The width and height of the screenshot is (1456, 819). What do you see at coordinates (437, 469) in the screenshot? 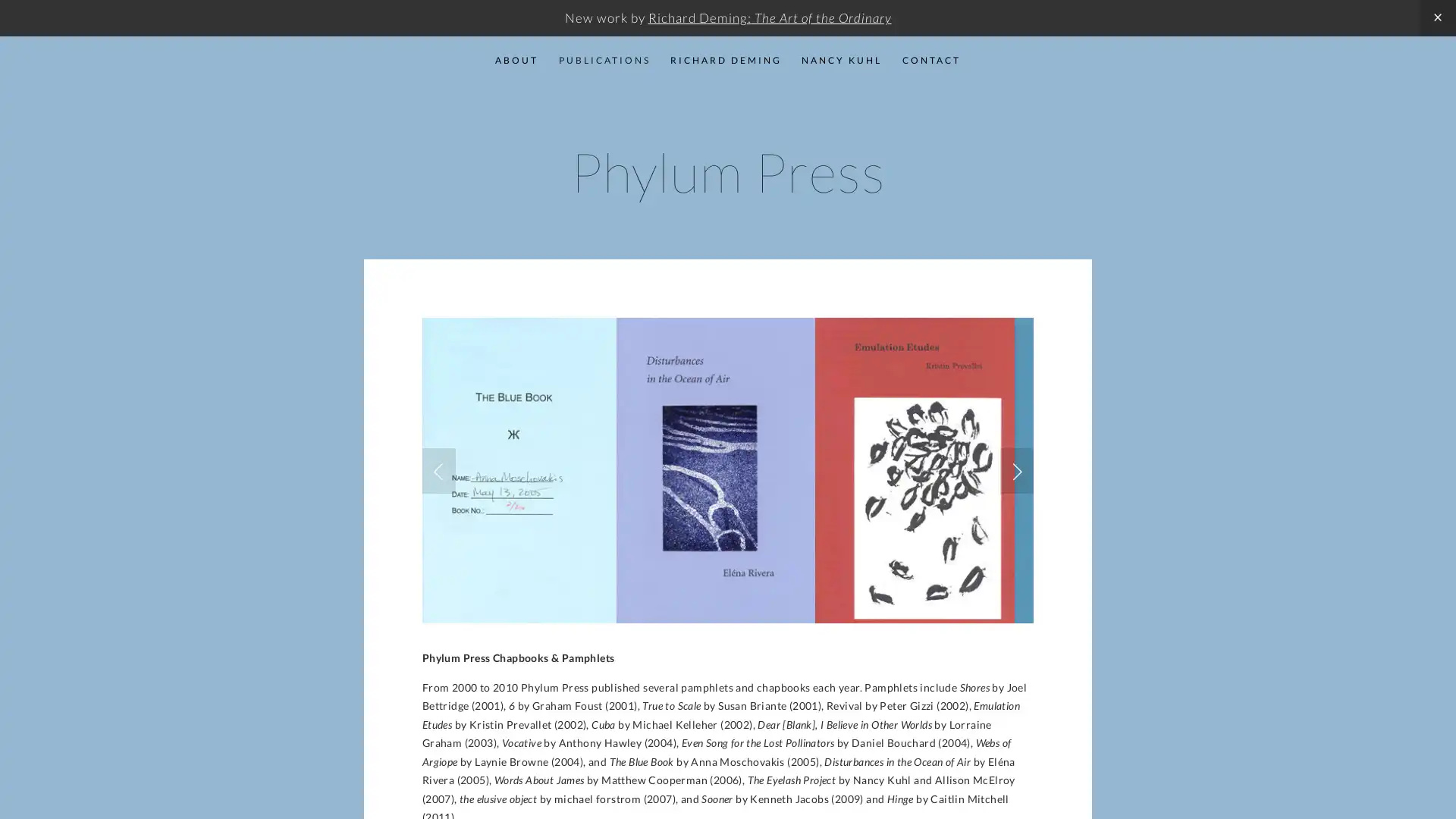
I see `Previous Slide` at bounding box center [437, 469].